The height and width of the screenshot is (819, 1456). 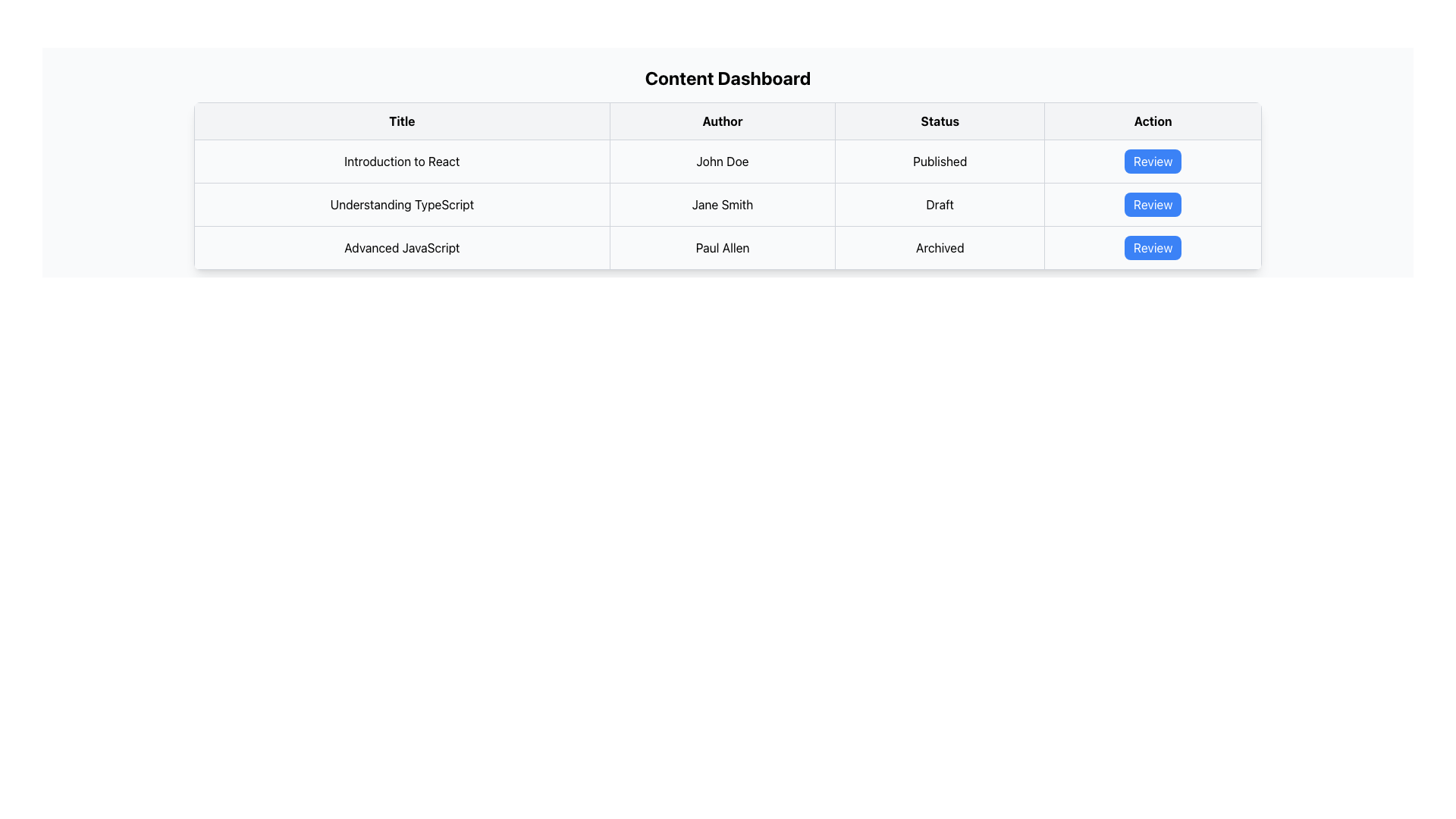 What do you see at coordinates (402, 161) in the screenshot?
I see `text 'Introduction to React' from the title cell in the first column of the first row of the table` at bounding box center [402, 161].